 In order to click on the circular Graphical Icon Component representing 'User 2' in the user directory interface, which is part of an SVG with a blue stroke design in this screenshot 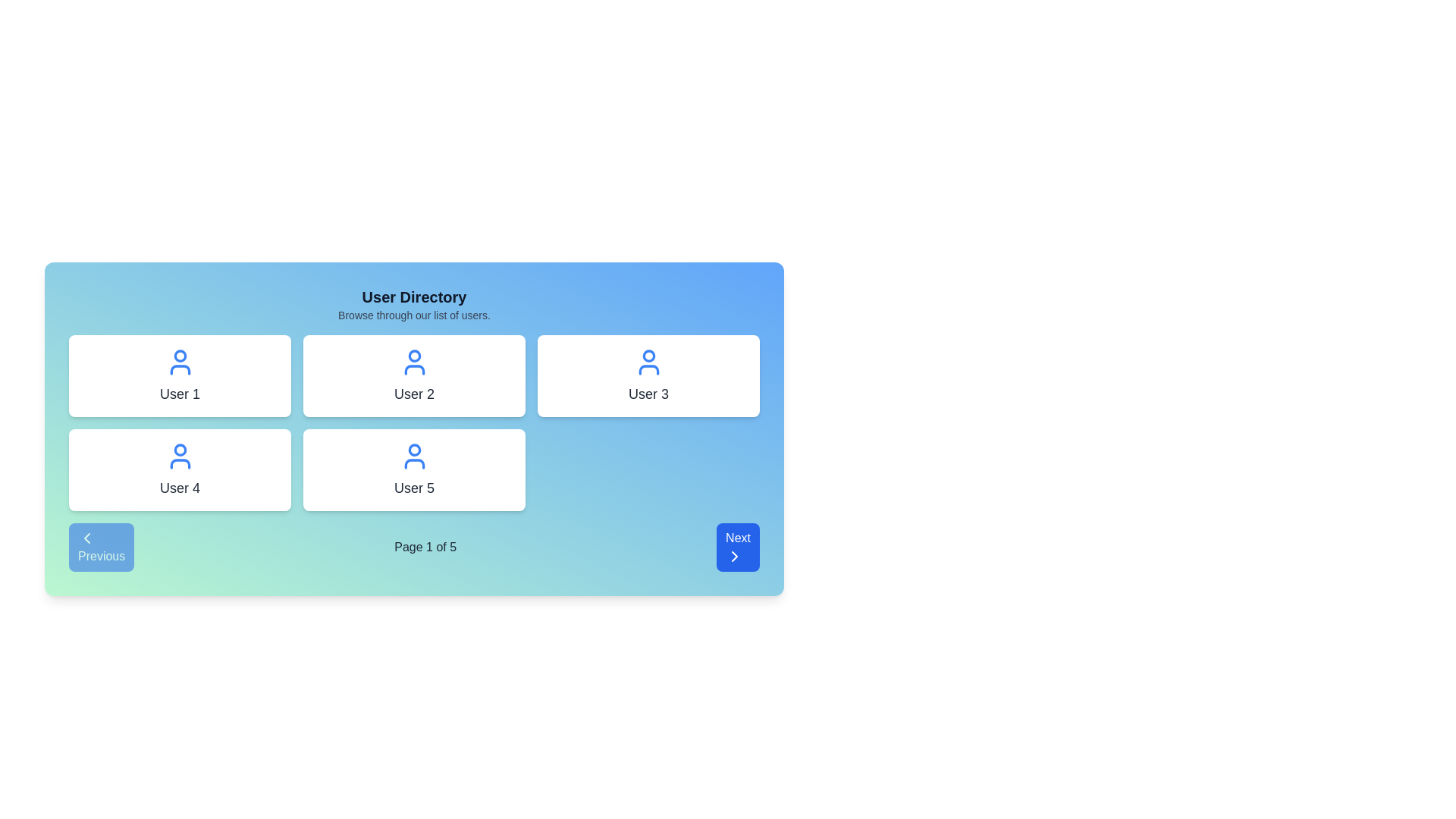, I will do `click(414, 356)`.